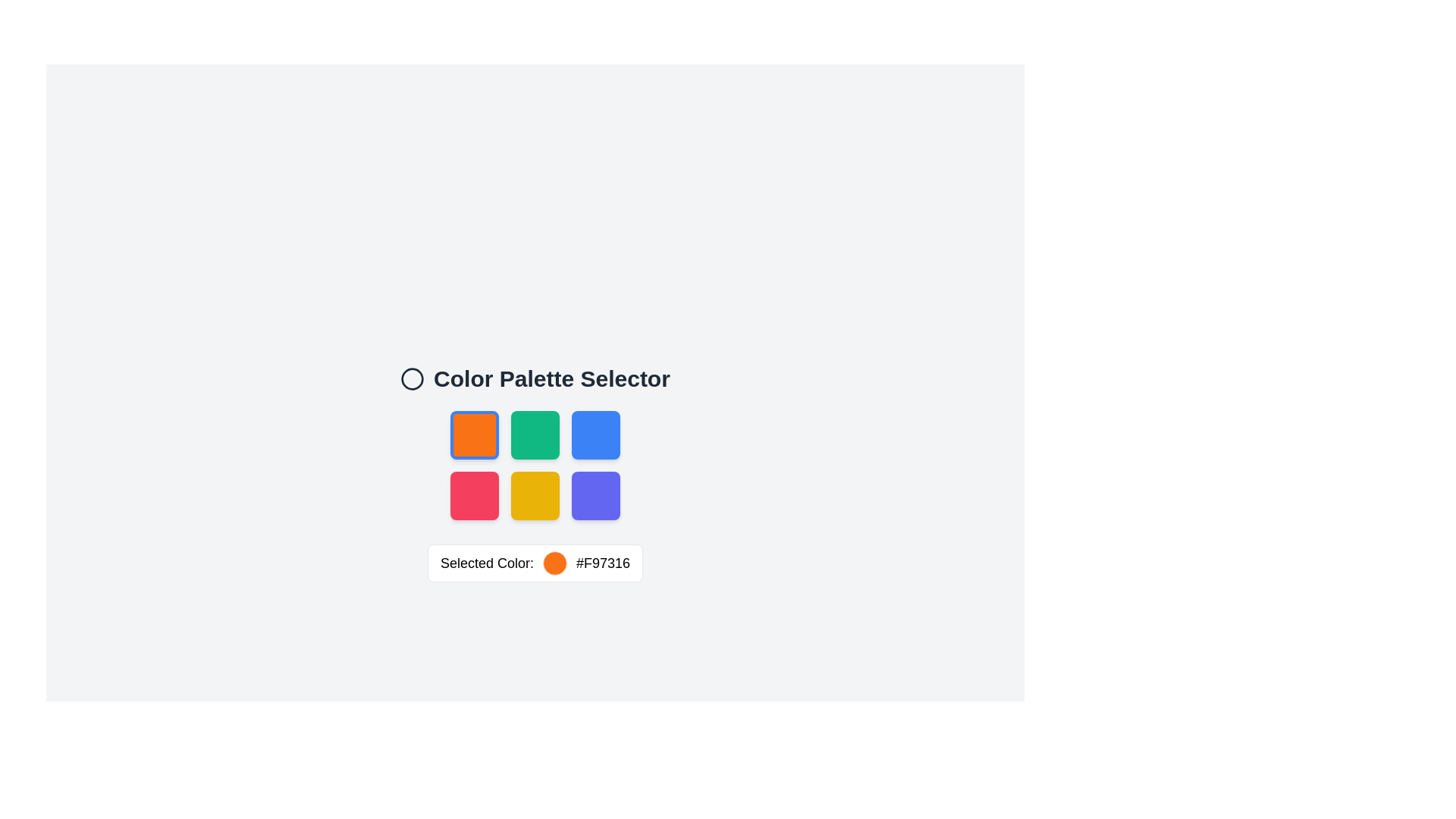 Image resolution: width=1456 pixels, height=819 pixels. Describe the element at coordinates (535, 435) in the screenshot. I see `the green square button with rounded corners, which is the second square in the top row of a 3x2 grid` at that location.